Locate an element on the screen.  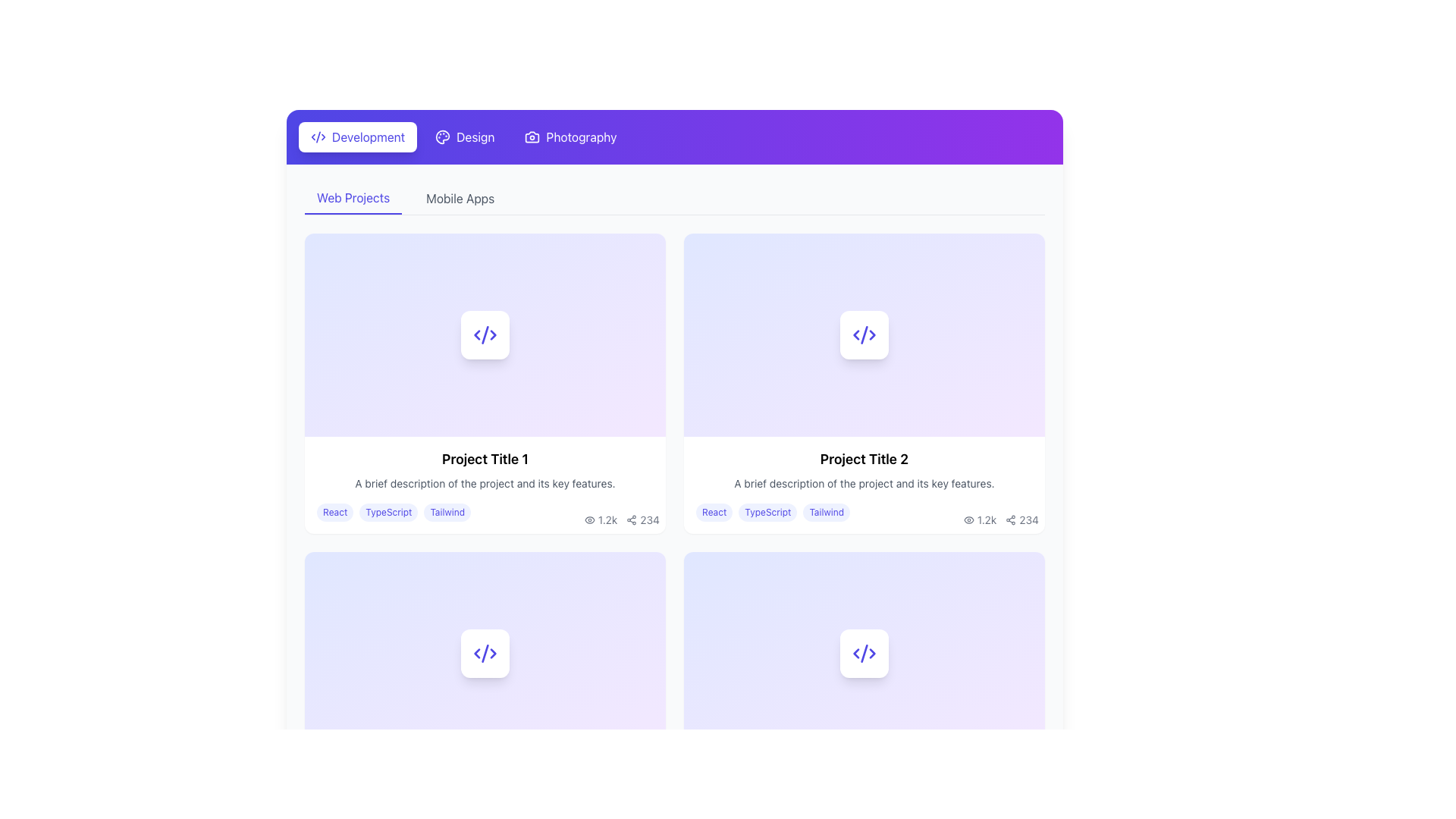
the 'like' or 'favorite' toggle button located in the top-right corner of the first project card is located at coordinates (648, 250).